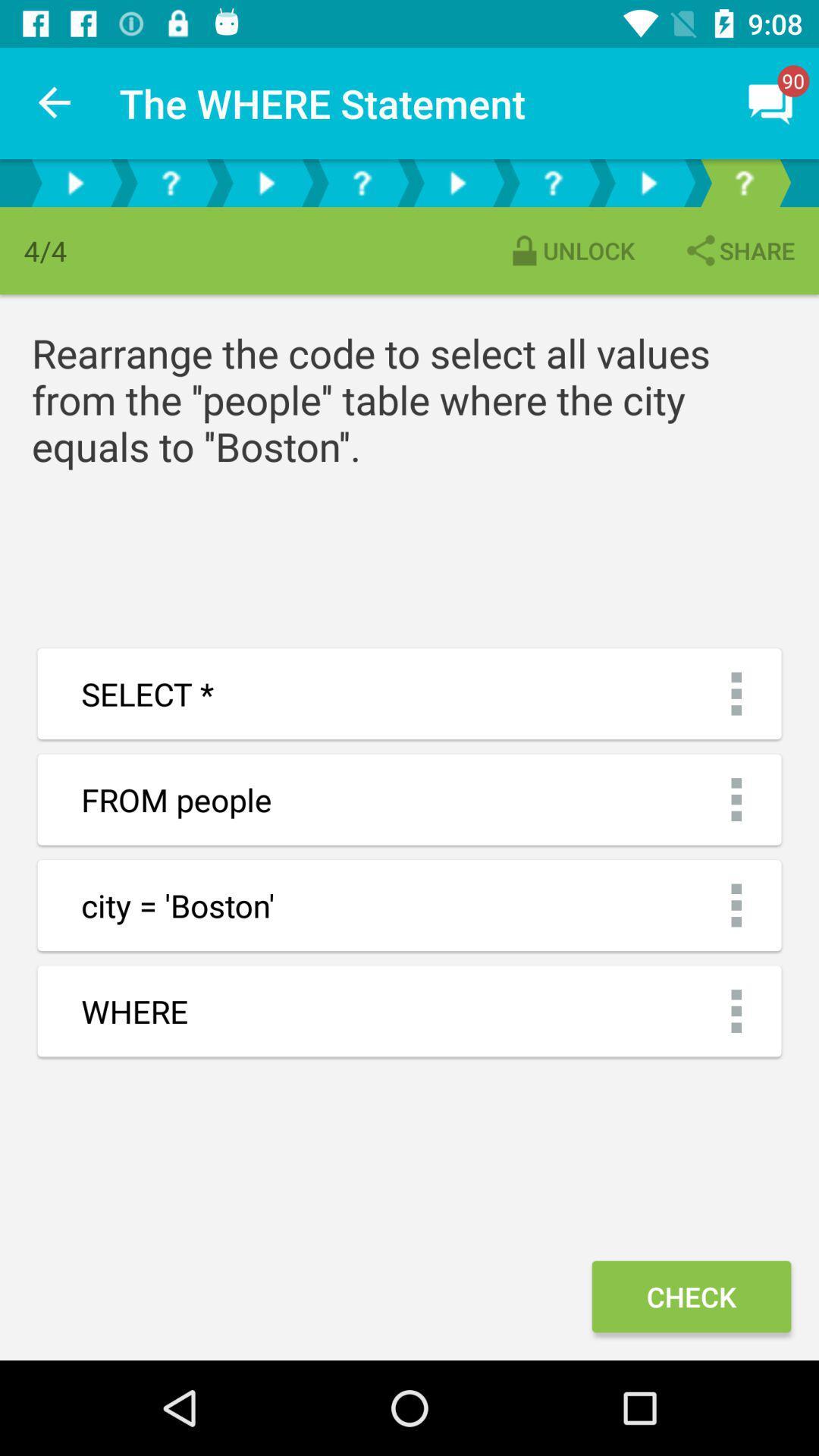 This screenshot has height=1456, width=819. I want to click on item next to the unlock icon, so click(738, 250).